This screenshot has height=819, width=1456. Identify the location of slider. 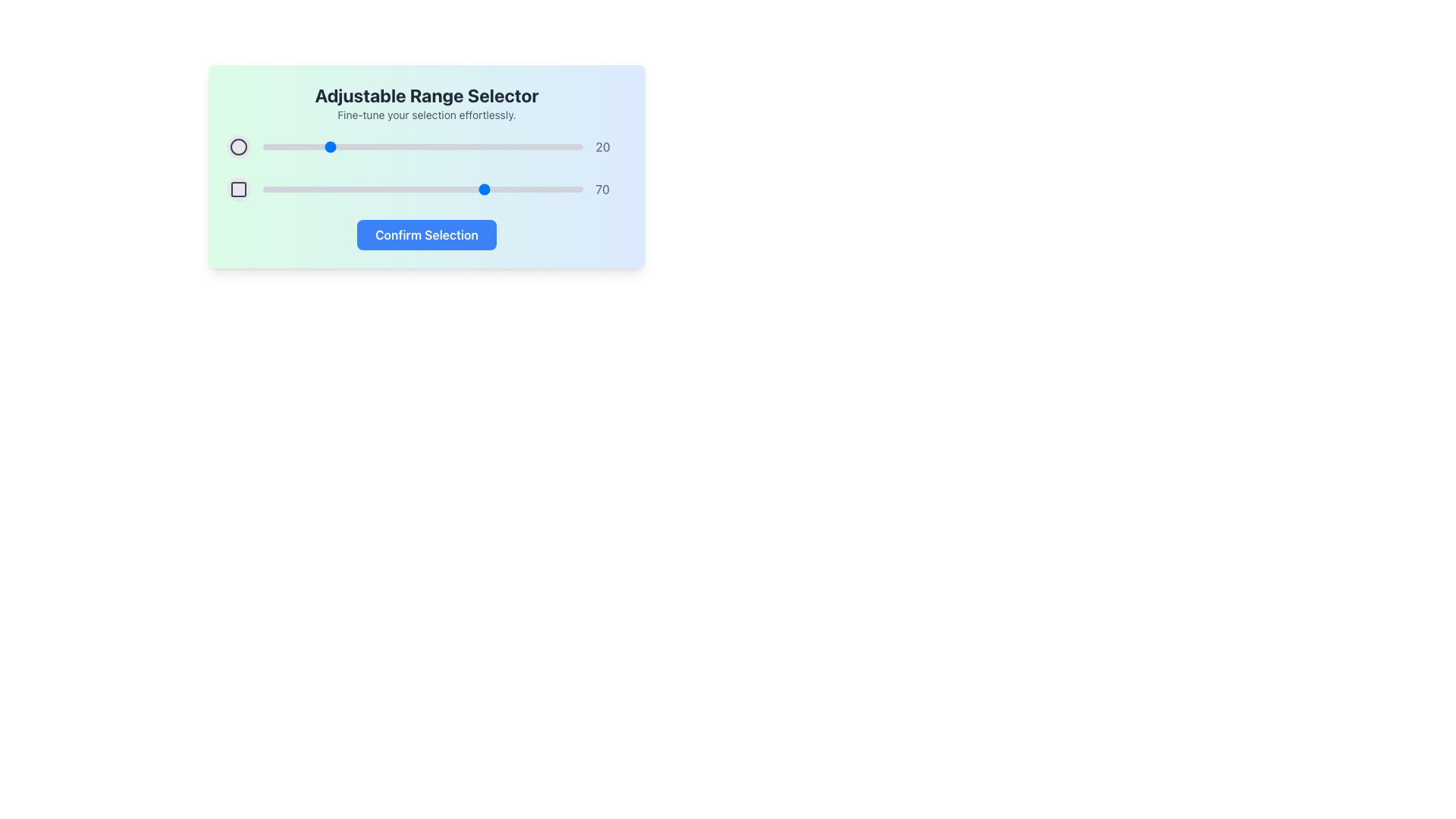
(500, 146).